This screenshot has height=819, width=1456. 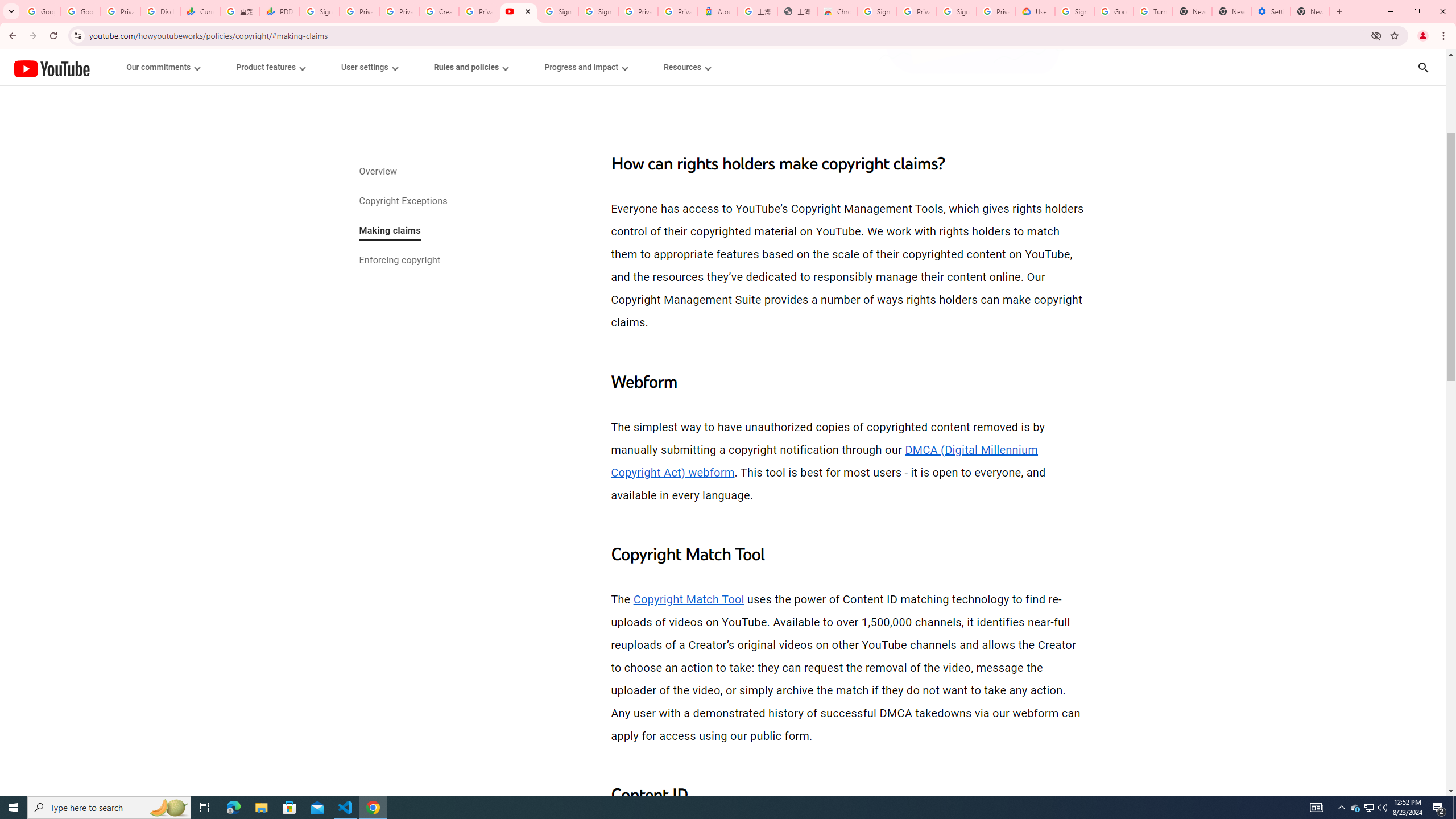 What do you see at coordinates (586, 67) in the screenshot?
I see `'Progress and impact menupopup'` at bounding box center [586, 67].